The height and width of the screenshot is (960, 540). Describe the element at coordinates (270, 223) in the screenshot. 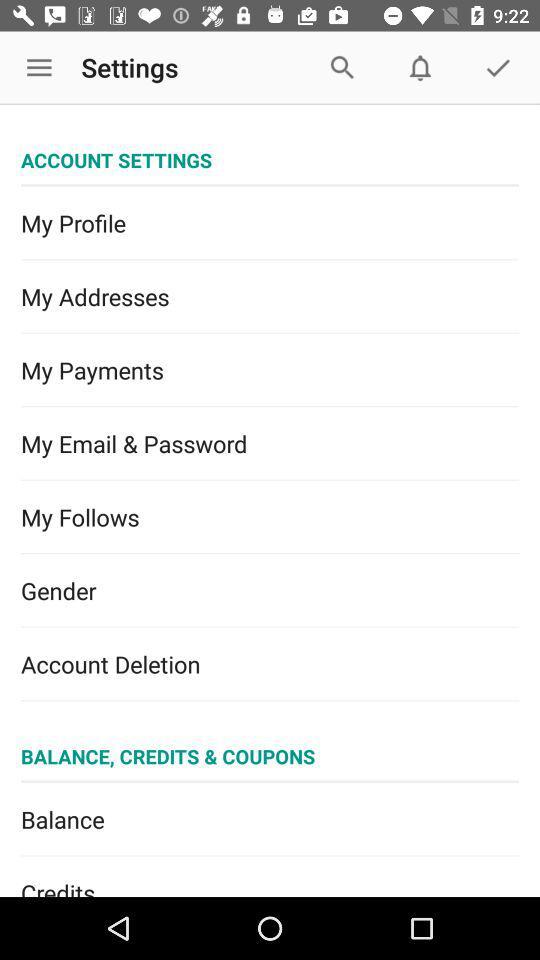

I see `the my profile item` at that location.